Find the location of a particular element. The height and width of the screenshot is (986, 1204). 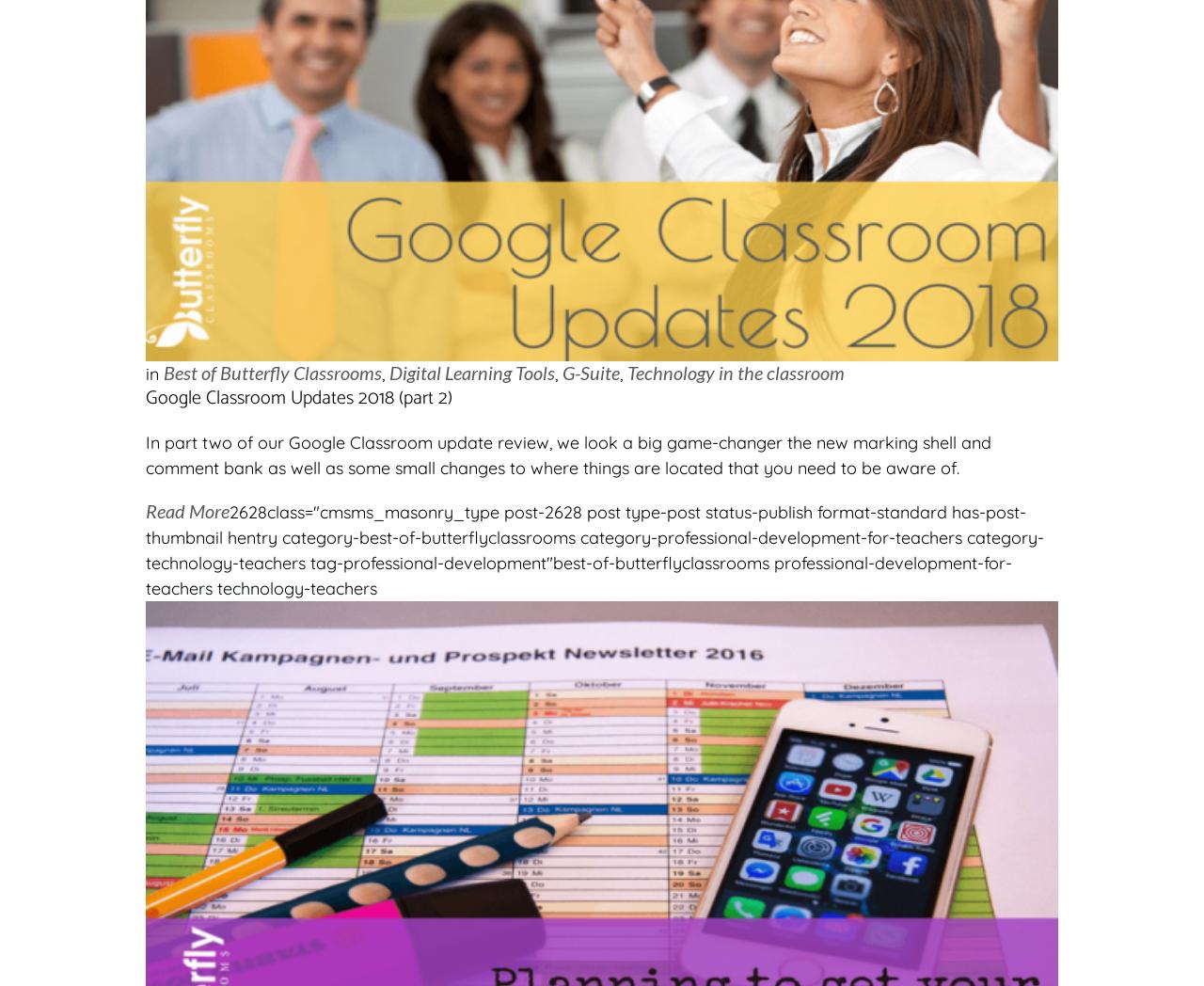

'In part two of our Google Classroom update review, we look a big game-changer the new marking shell and comment bank as well as some small changes to where things are located that you need to be aware of.' is located at coordinates (145, 454).